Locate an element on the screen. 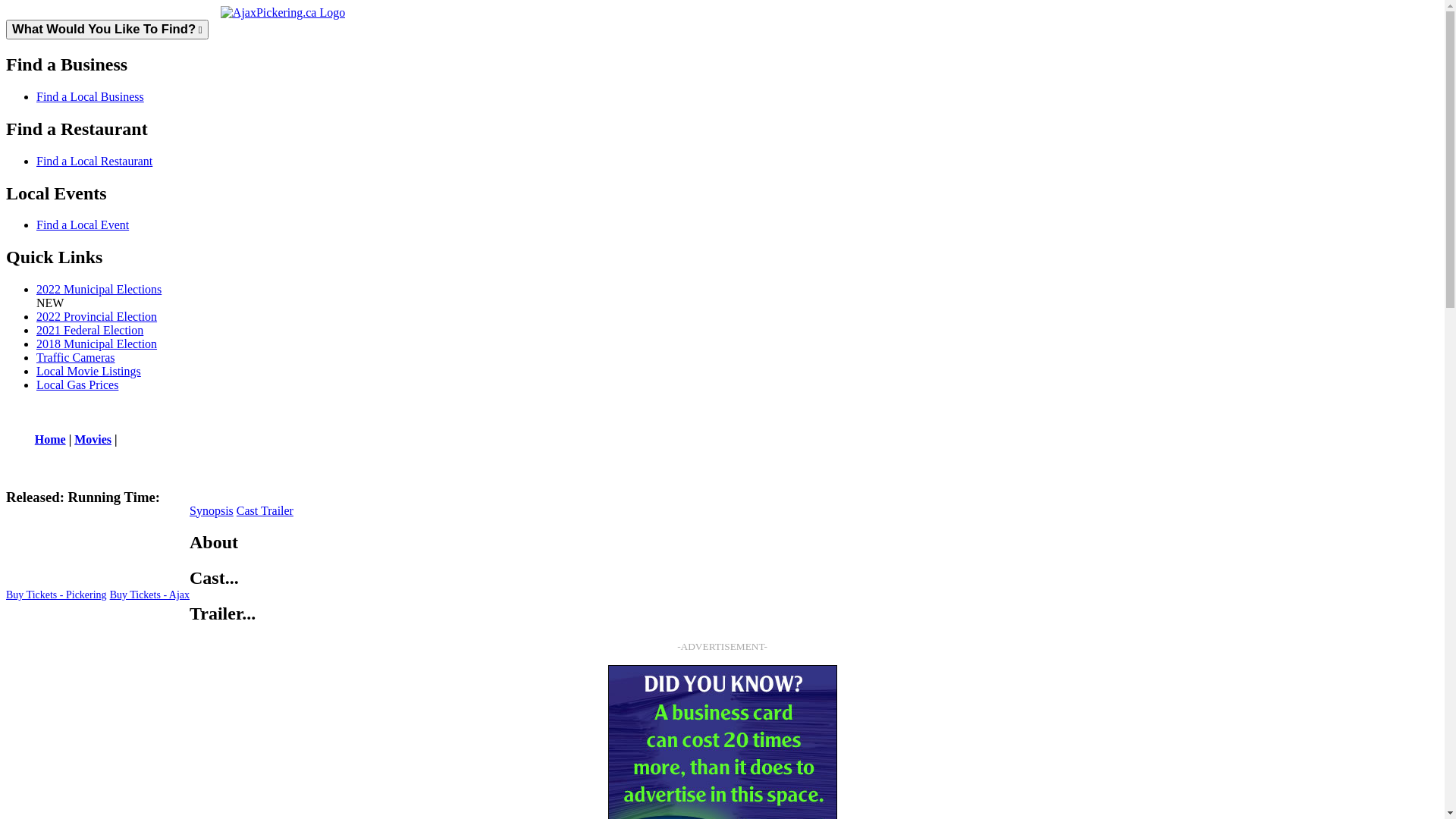 This screenshot has width=1456, height=819. '2022 Municipal Elections' is located at coordinates (98, 289).